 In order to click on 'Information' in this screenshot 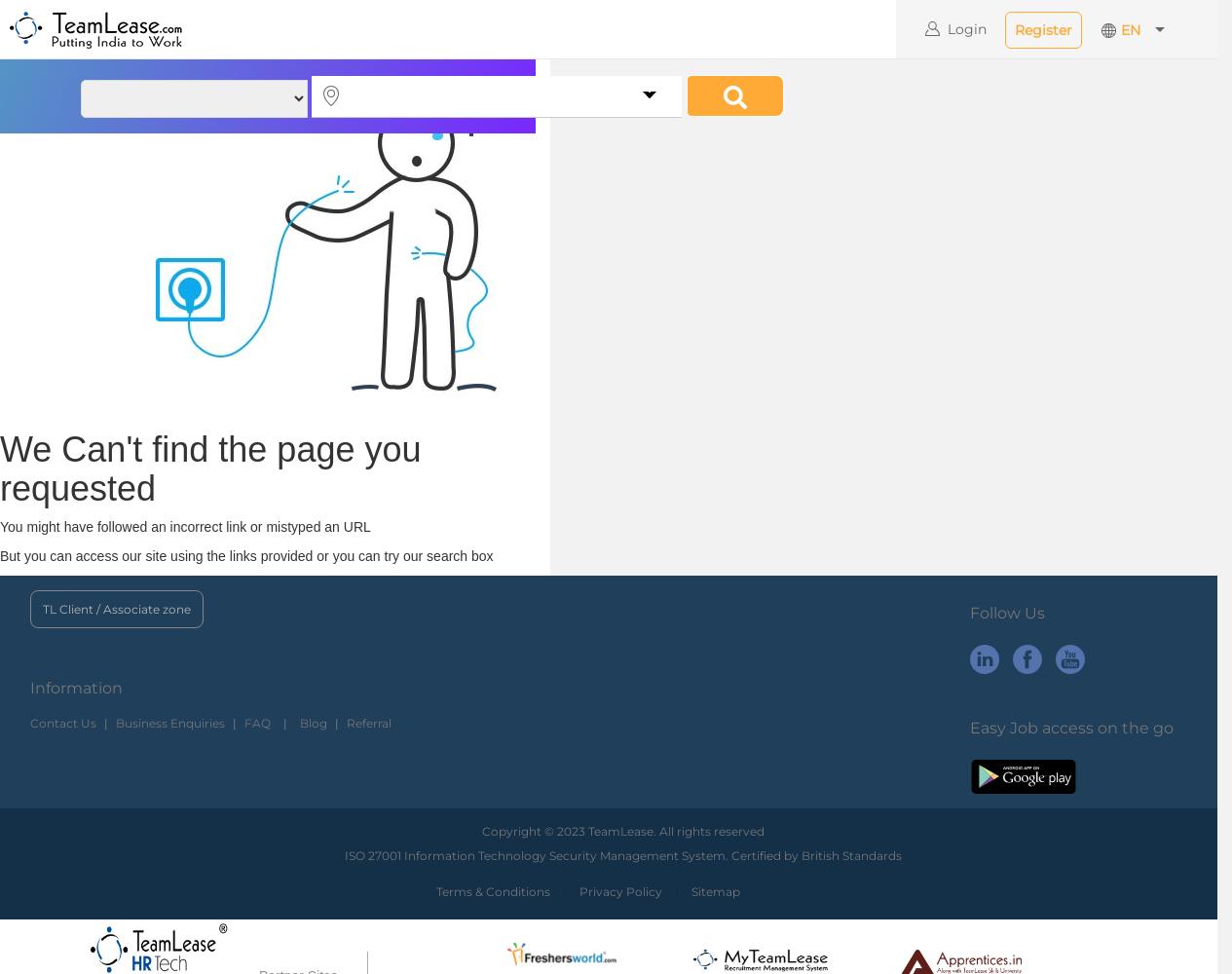, I will do `click(75, 687)`.